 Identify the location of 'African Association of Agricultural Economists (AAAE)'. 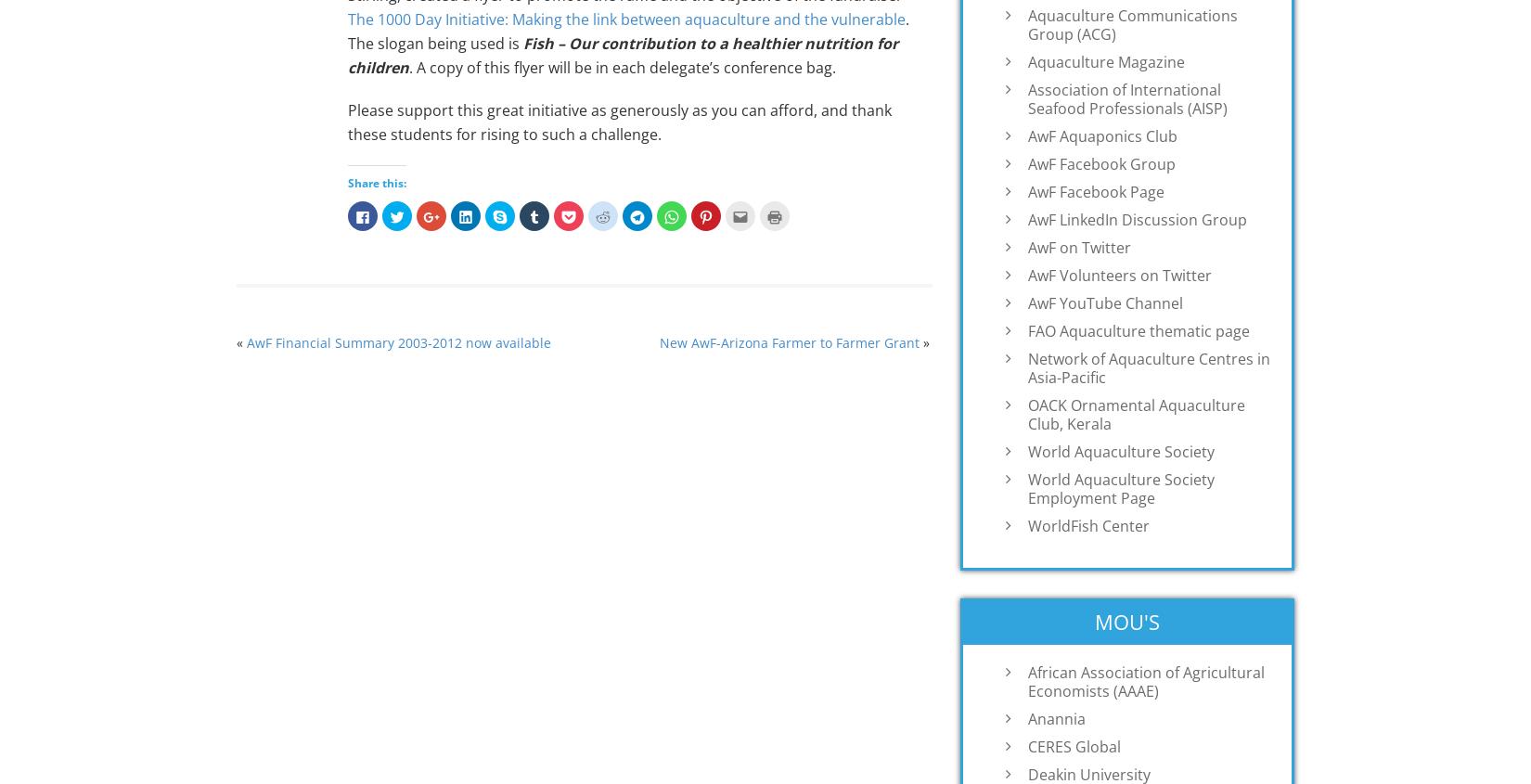
(1146, 679).